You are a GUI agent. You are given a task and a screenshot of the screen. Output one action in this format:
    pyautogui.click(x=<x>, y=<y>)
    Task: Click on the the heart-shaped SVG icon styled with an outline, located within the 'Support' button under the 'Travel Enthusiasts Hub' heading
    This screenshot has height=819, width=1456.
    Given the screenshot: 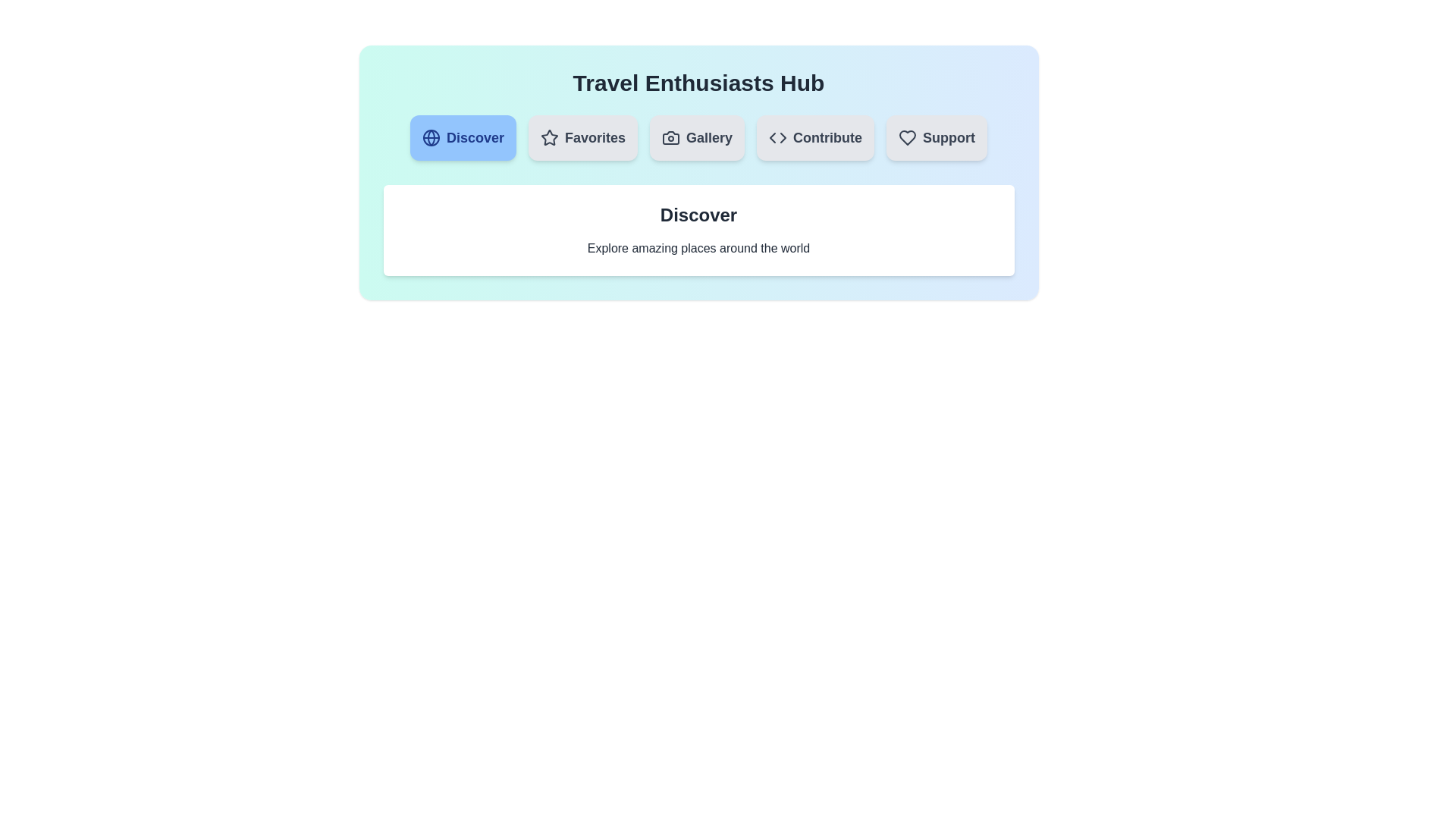 What is the action you would take?
    pyautogui.click(x=908, y=137)
    